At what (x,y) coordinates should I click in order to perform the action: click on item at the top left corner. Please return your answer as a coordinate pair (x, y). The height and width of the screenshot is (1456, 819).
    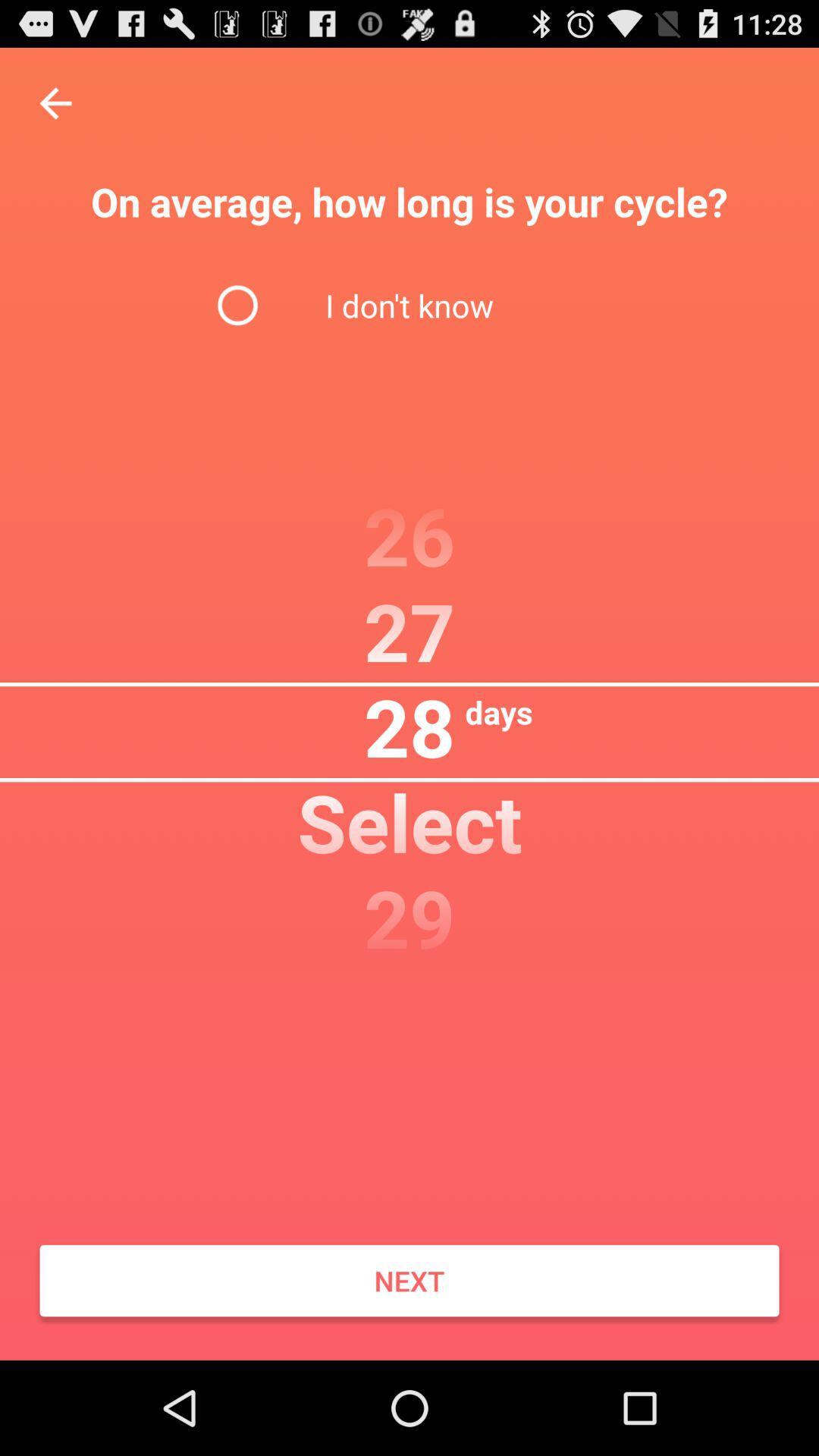
    Looking at the image, I should click on (55, 102).